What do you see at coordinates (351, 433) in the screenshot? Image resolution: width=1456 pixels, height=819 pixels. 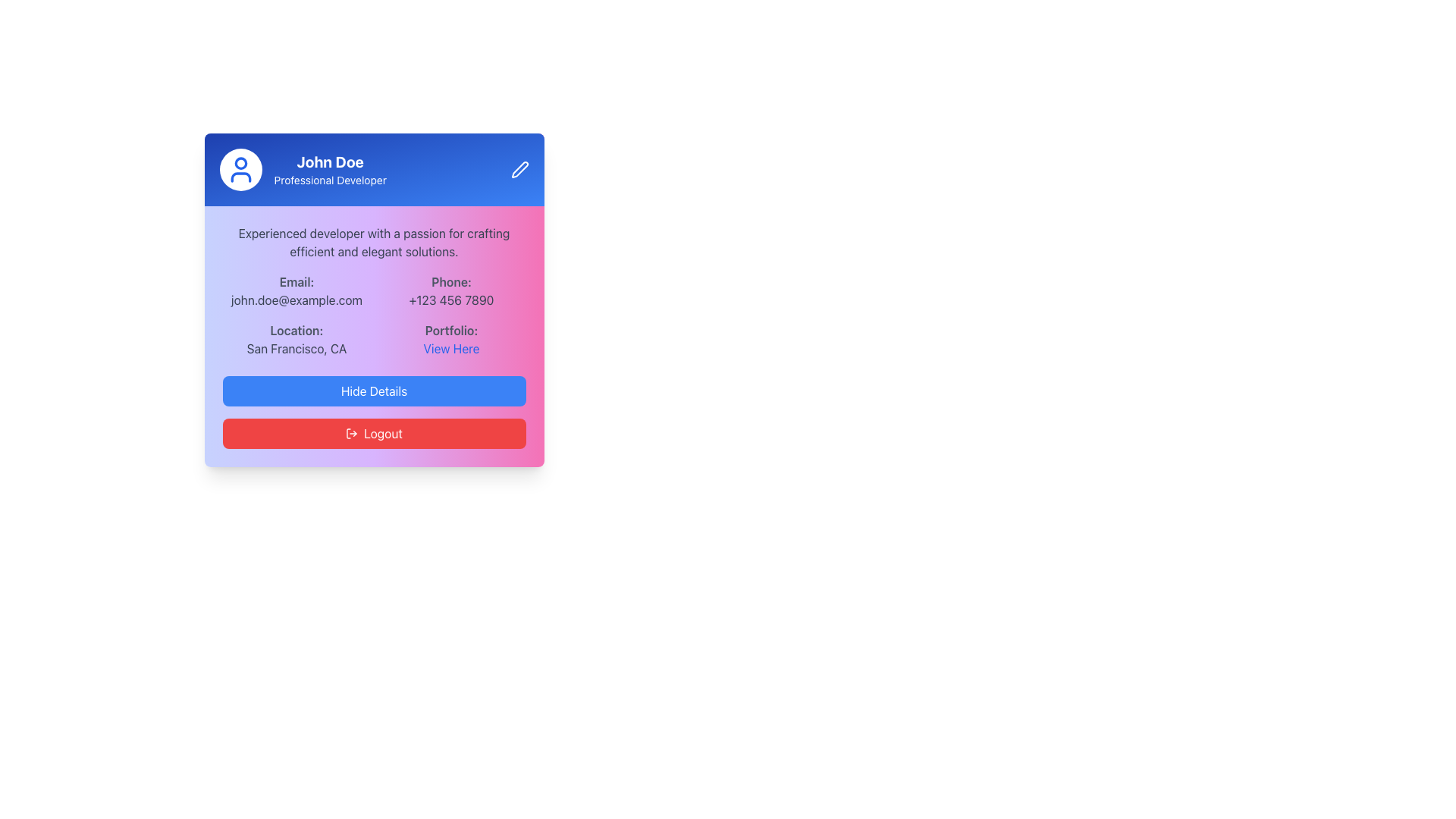 I see `attributes of the logout icon, which is a minimalist arrow pointing outward from a box, located to the left of the text in the 'Logout' button at the bottom center of the profile card` at bounding box center [351, 433].